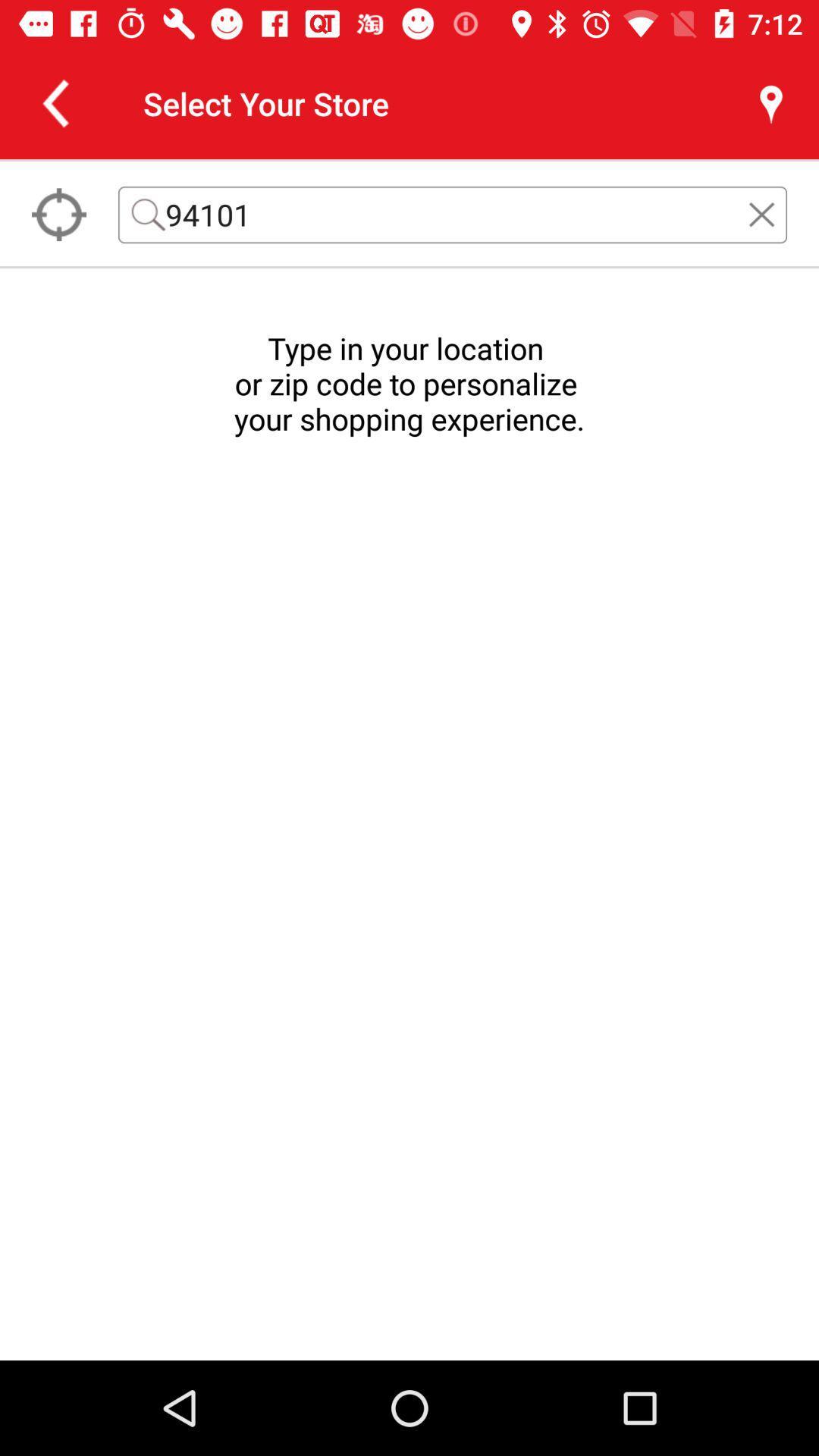 The image size is (819, 1456). What do you see at coordinates (58, 214) in the screenshot?
I see `the location_crosshair icon` at bounding box center [58, 214].